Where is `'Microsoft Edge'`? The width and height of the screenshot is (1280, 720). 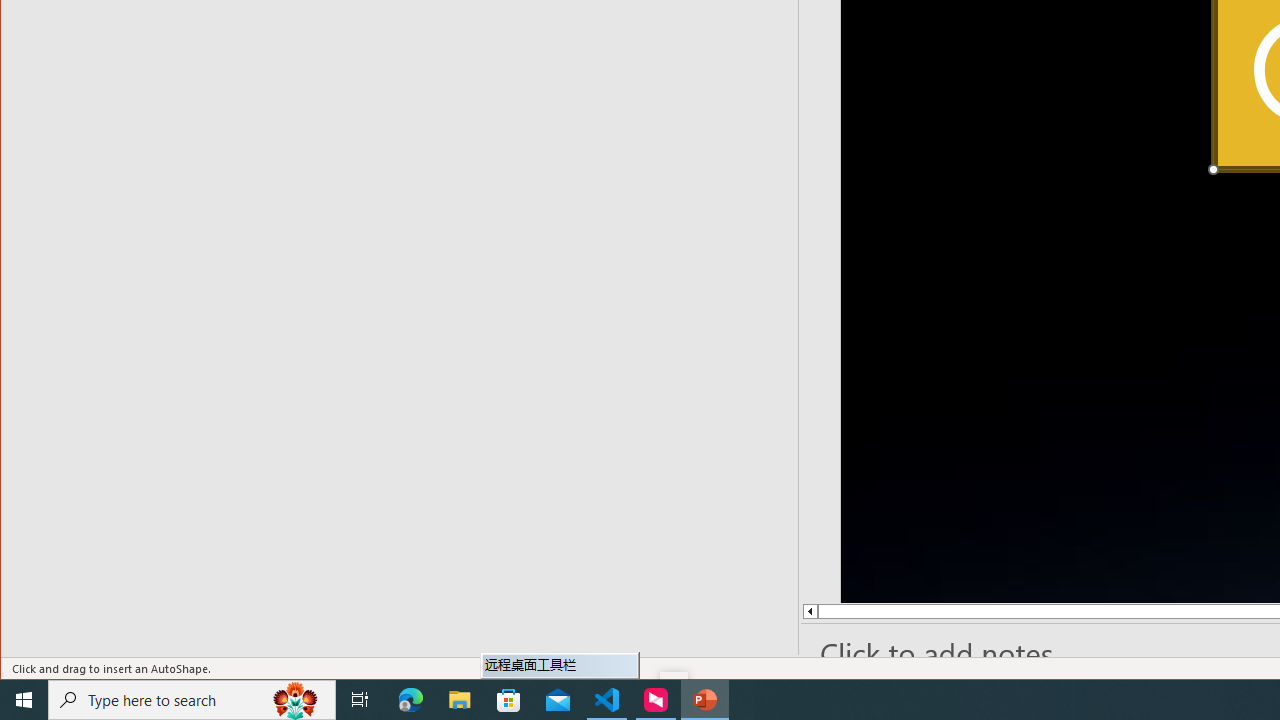
'Microsoft Edge' is located at coordinates (410, 698).